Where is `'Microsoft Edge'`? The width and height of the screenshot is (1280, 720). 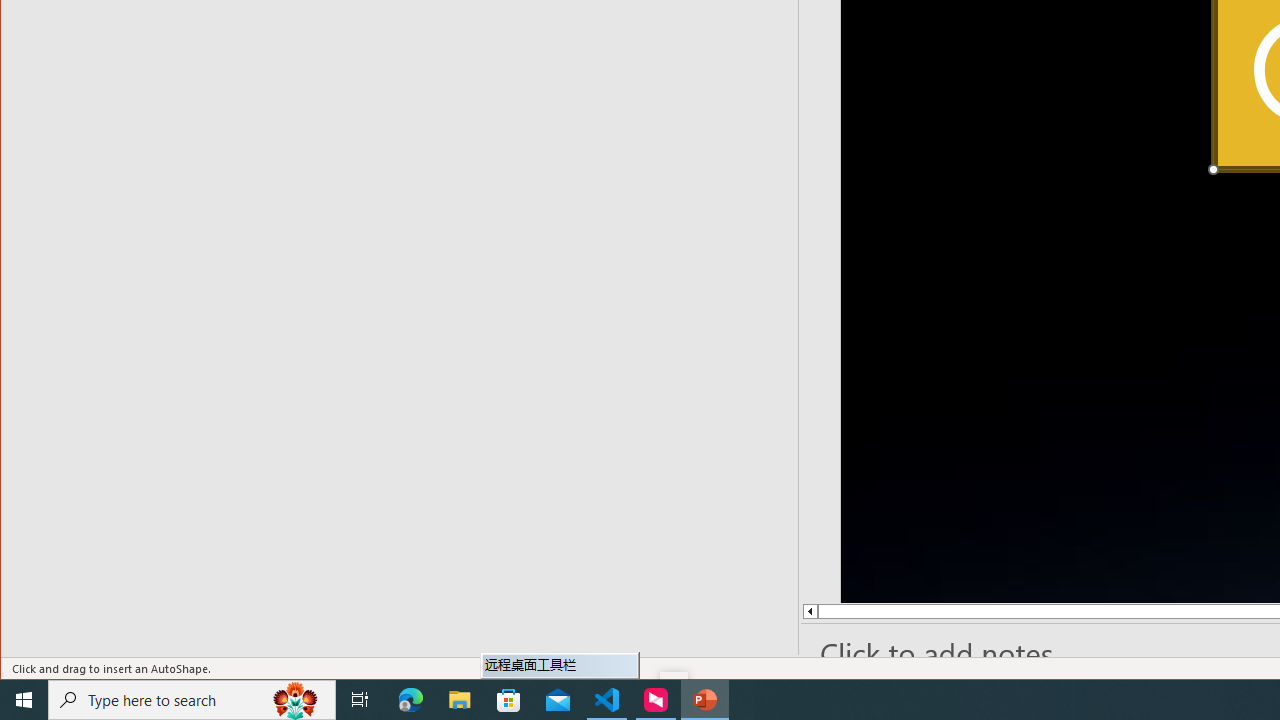
'Microsoft Edge' is located at coordinates (410, 698).